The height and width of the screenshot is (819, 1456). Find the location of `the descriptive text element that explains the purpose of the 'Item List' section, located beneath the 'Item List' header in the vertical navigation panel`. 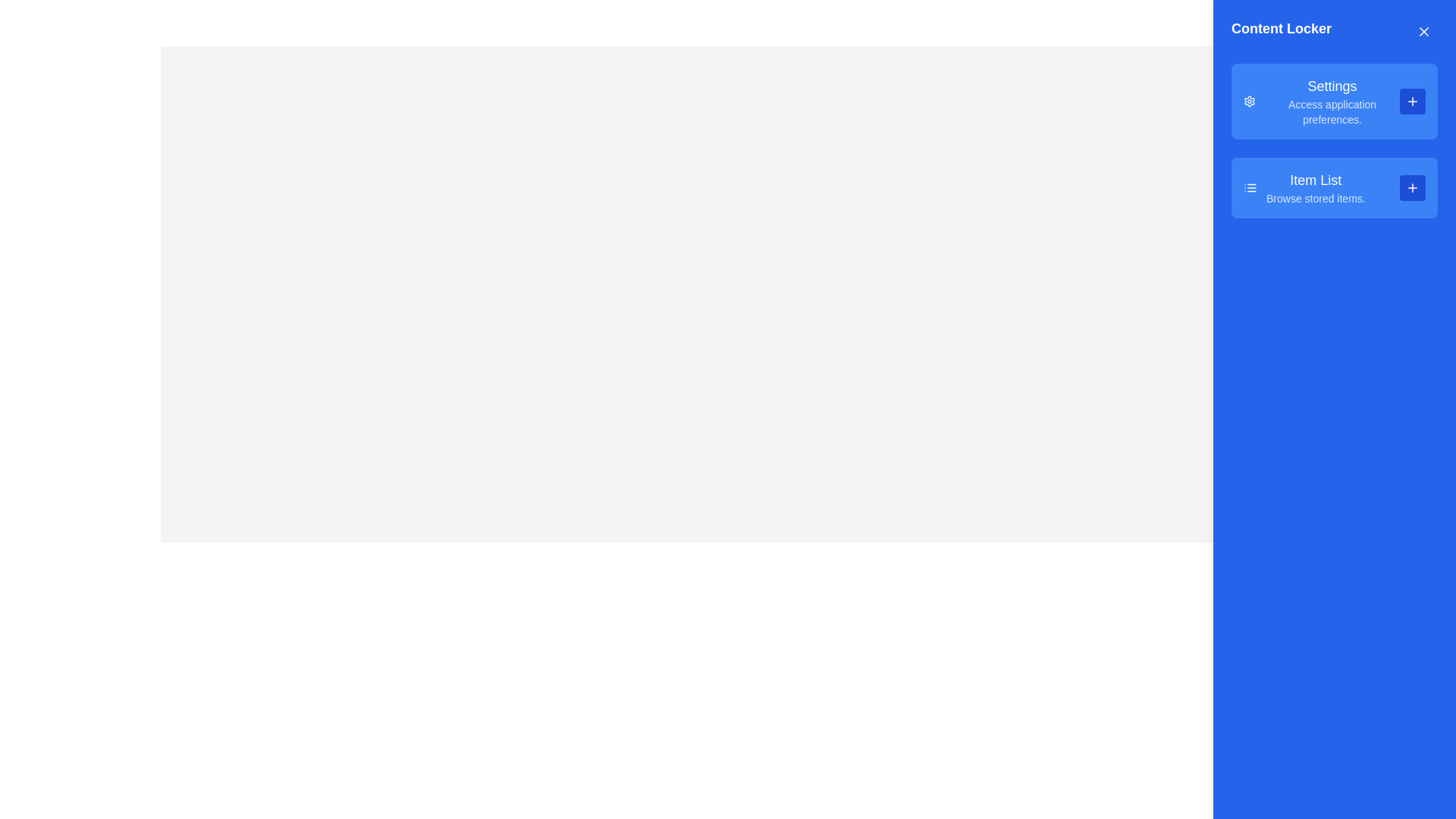

the descriptive text element that explains the purpose of the 'Item List' section, located beneath the 'Item List' header in the vertical navigation panel is located at coordinates (1315, 198).